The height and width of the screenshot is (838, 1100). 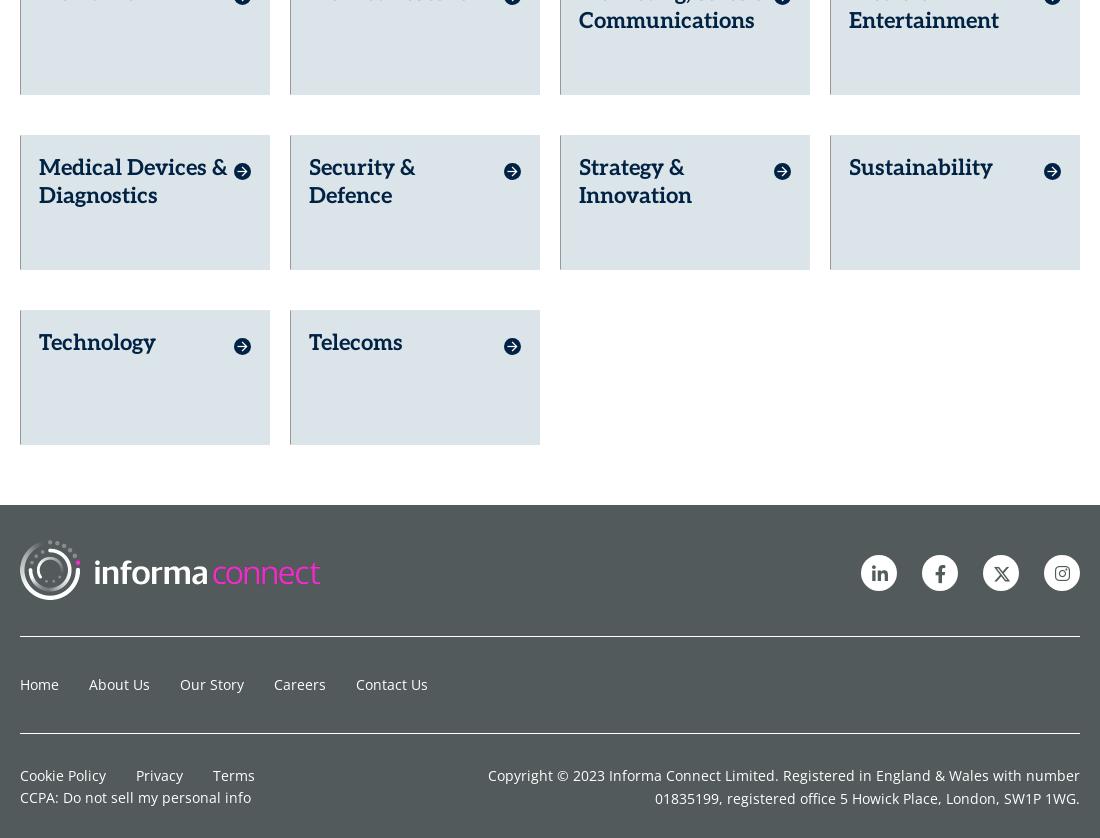 I want to click on 'Home', so click(x=38, y=453).